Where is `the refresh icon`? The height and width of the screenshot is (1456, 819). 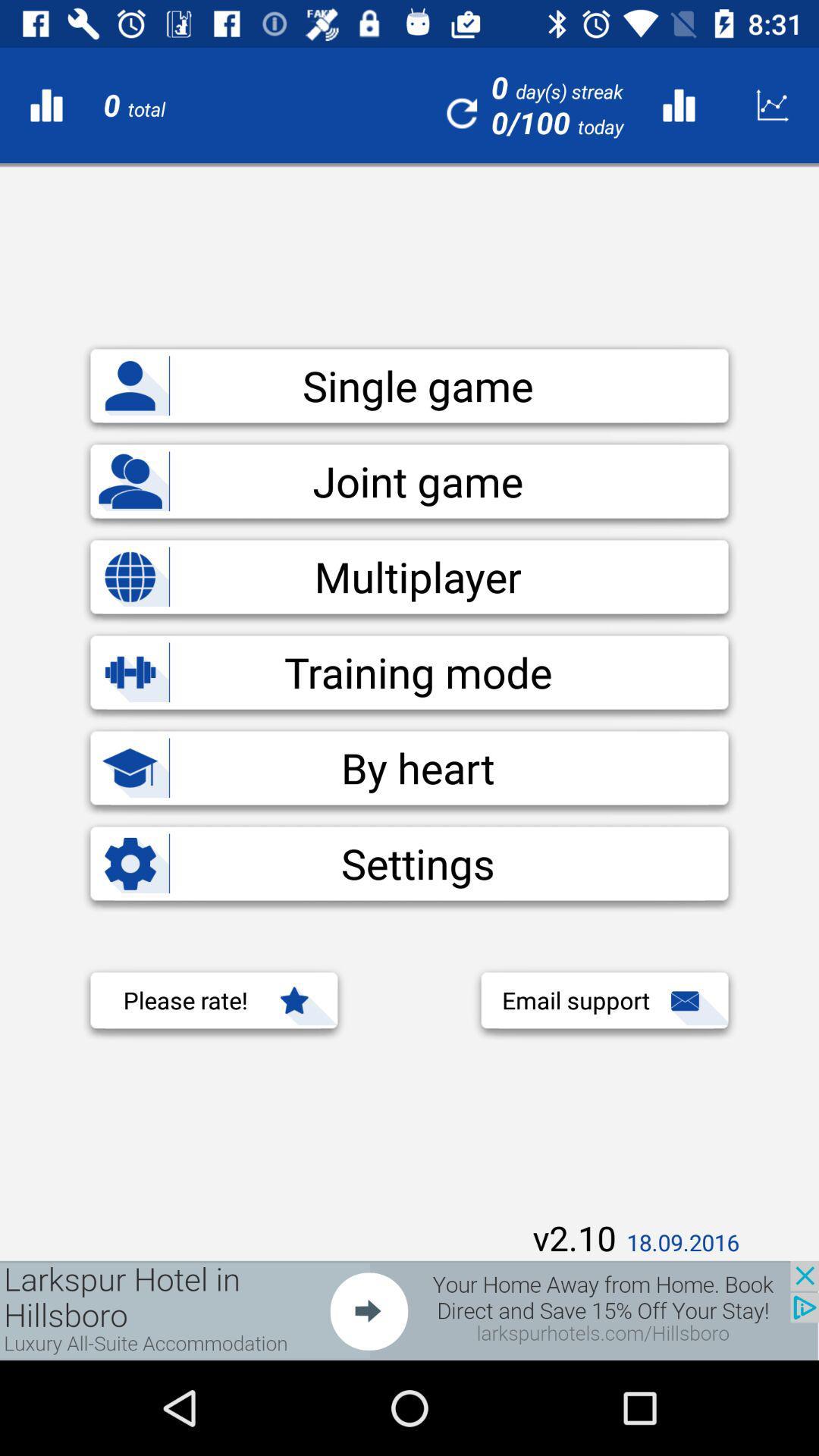 the refresh icon is located at coordinates (461, 112).